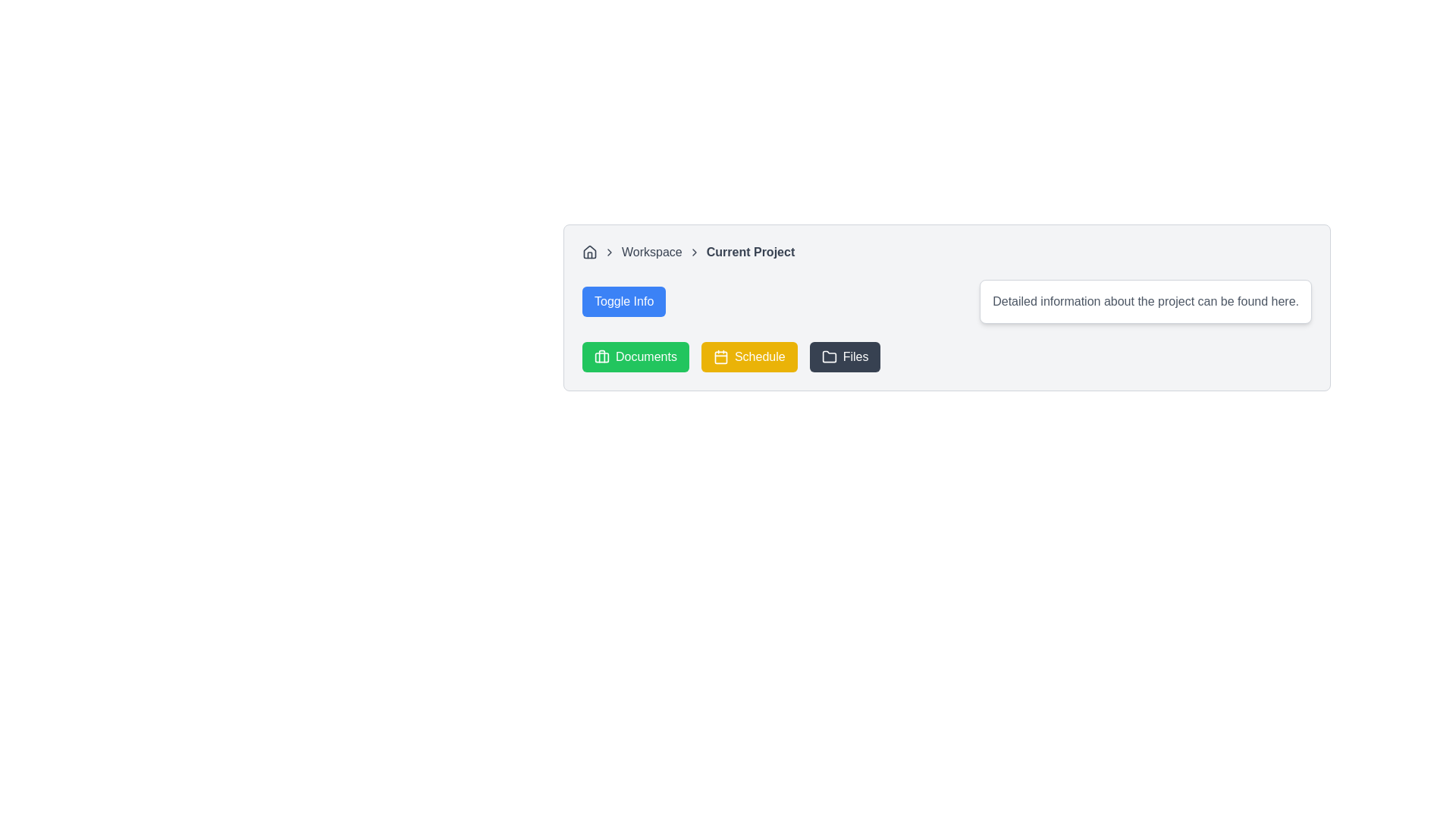 The image size is (1456, 819). What do you see at coordinates (828, 356) in the screenshot?
I see `the folder icon representing the 'Files' button, located at the bottom-right corner of the interface next to 'Documents' and 'Schedule'` at bounding box center [828, 356].